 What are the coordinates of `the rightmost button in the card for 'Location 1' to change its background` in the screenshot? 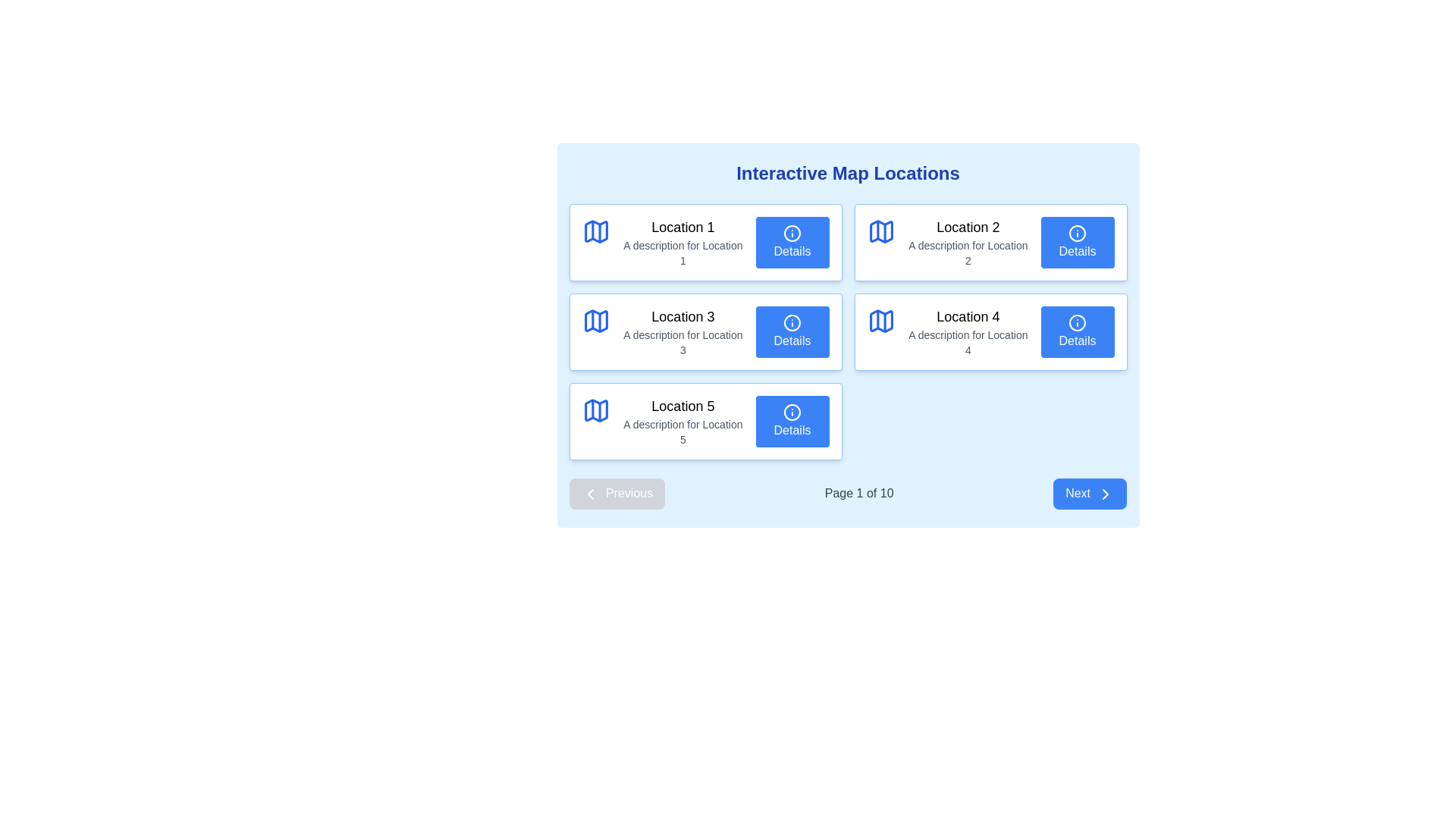 It's located at (792, 242).